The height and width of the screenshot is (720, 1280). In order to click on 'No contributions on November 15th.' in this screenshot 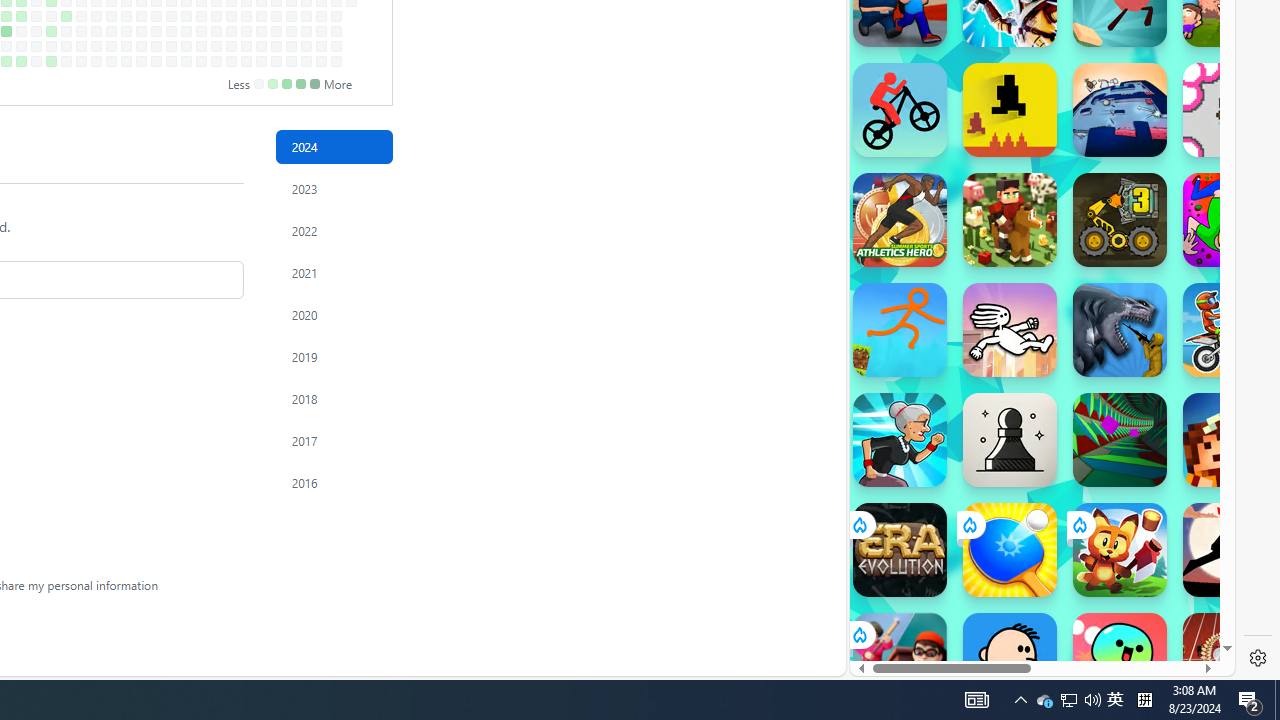, I will do `click(245, 45)`.